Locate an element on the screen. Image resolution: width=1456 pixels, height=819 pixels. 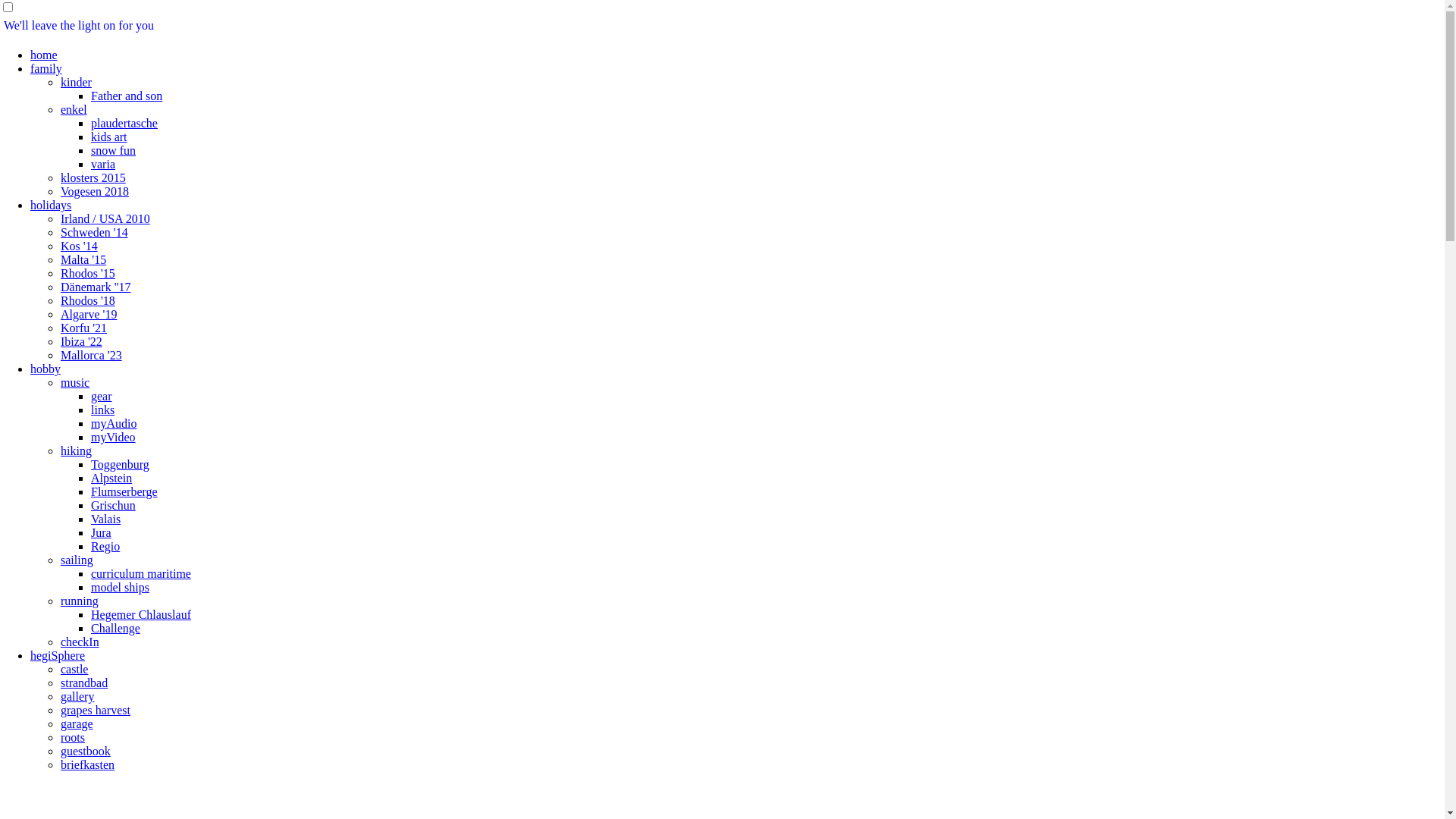
'checkIn' is located at coordinates (79, 642).